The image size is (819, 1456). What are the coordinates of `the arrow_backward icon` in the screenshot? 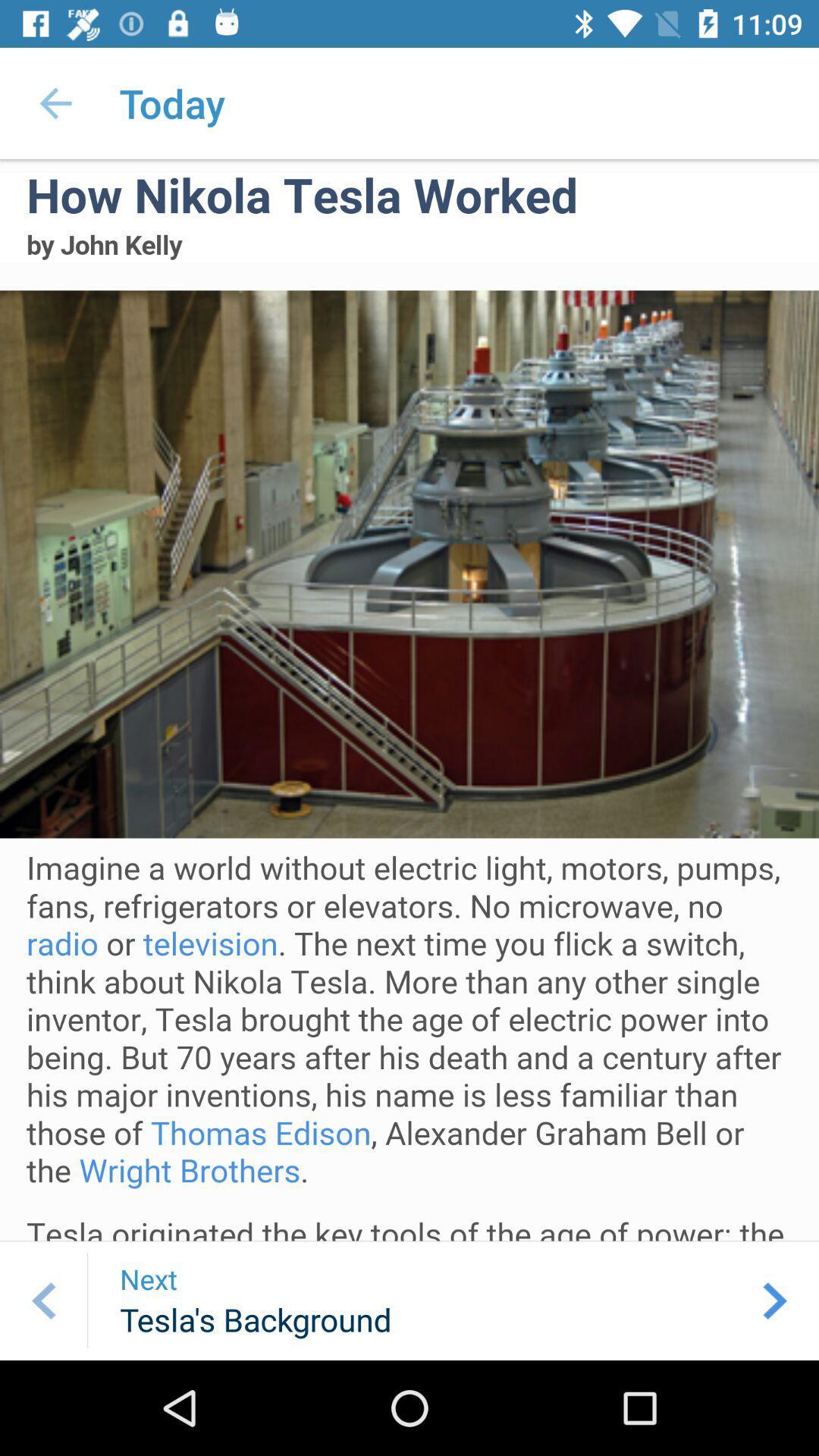 It's located at (42, 1300).